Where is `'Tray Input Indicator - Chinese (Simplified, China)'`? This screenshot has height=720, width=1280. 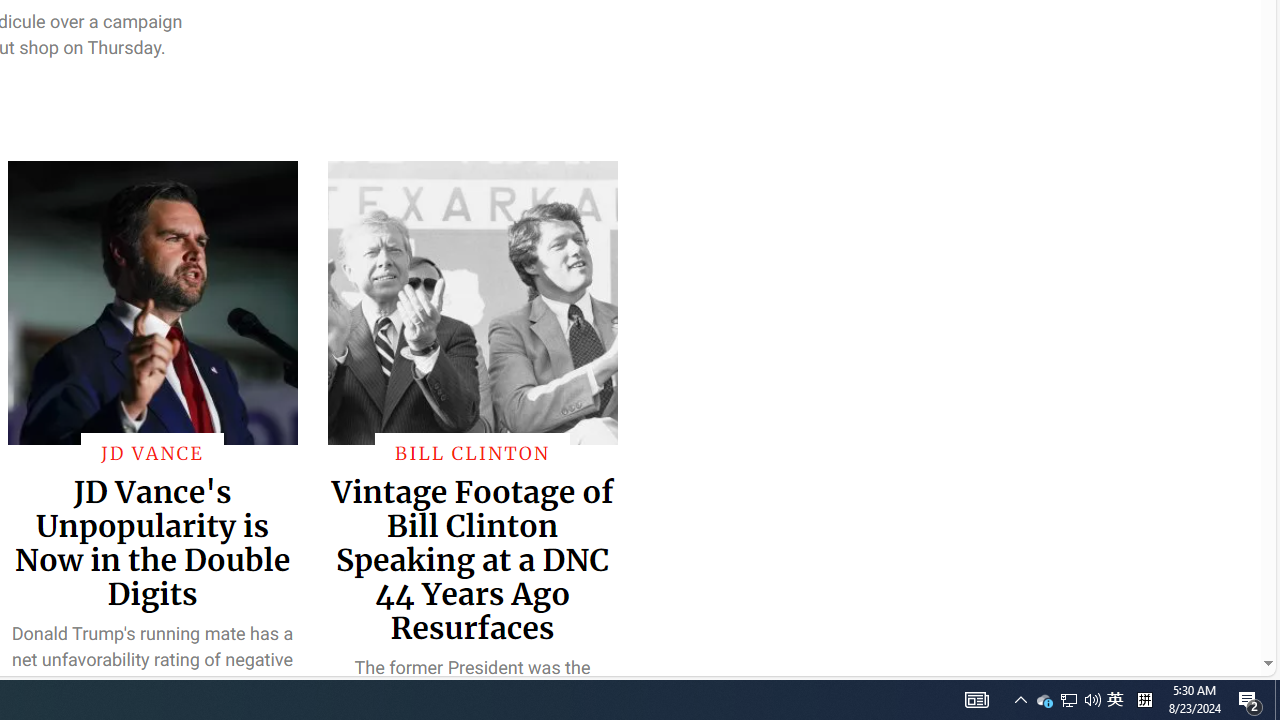
'Tray Input Indicator - Chinese (Simplified, China)' is located at coordinates (1144, 698).